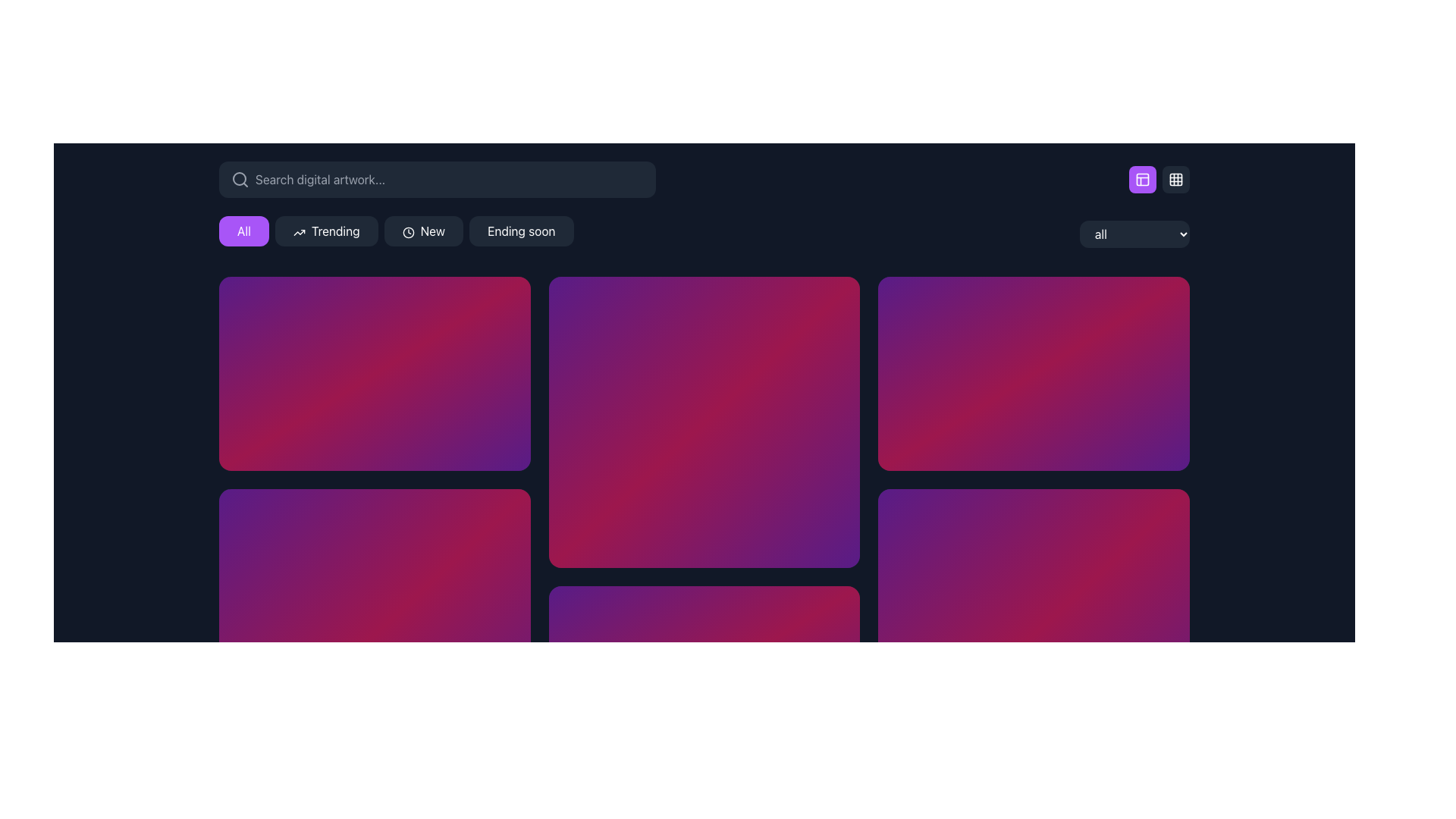 The width and height of the screenshot is (1456, 819). What do you see at coordinates (833, 302) in the screenshot?
I see `the circular zoom-in button with a dark background located in the top-right corner of the interface to observe its styling changes` at bounding box center [833, 302].